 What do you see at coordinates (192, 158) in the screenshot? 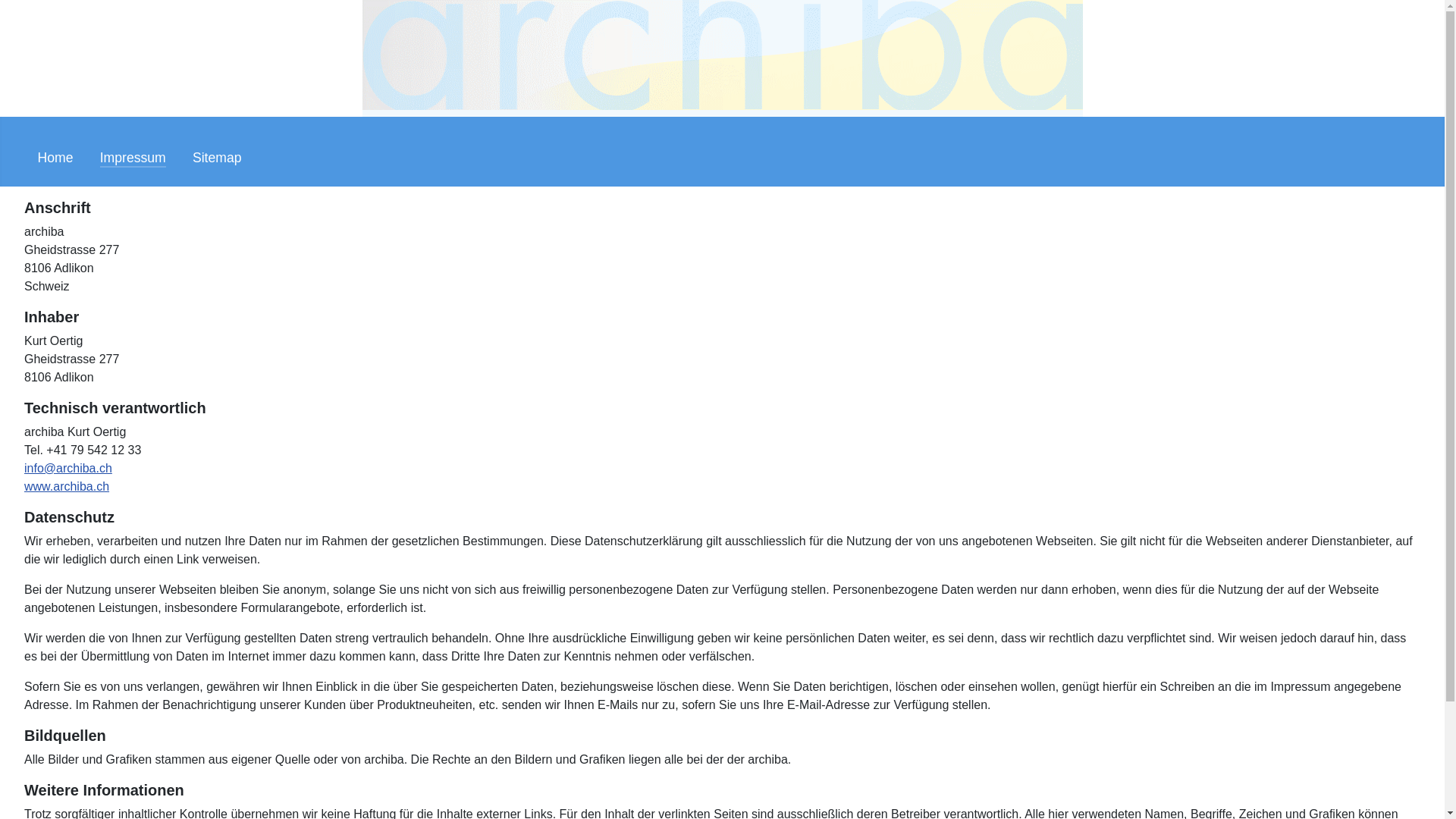
I see `'Sitemap'` at bounding box center [192, 158].